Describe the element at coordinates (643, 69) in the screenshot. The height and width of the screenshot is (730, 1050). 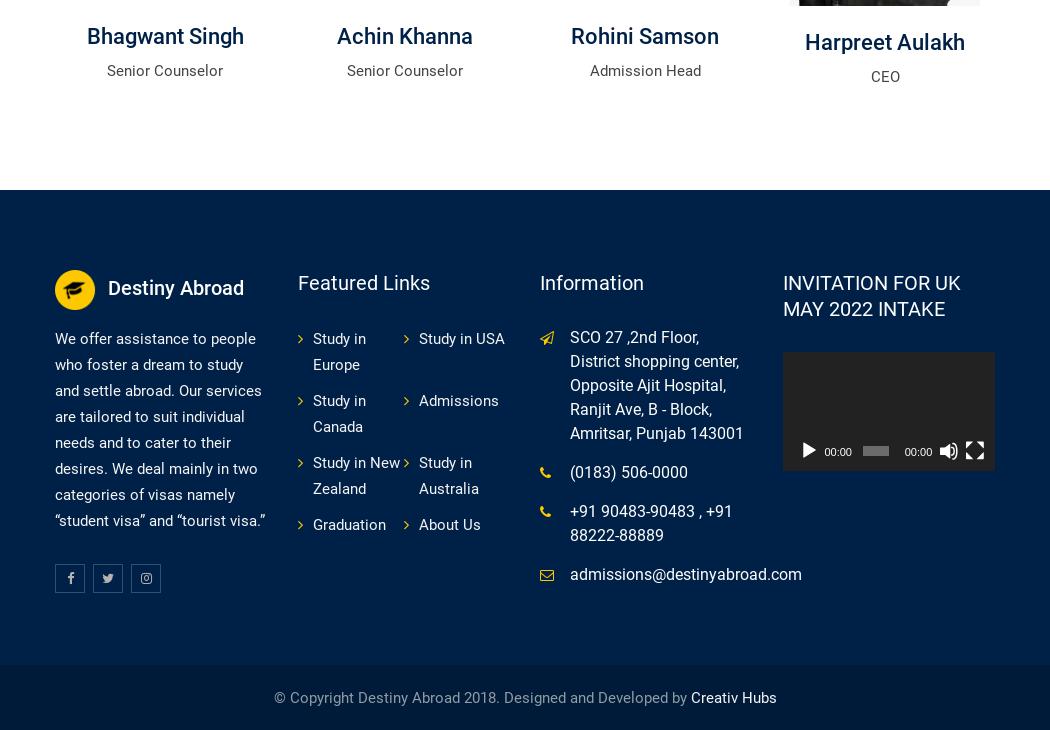
I see `'Admission Head'` at that location.